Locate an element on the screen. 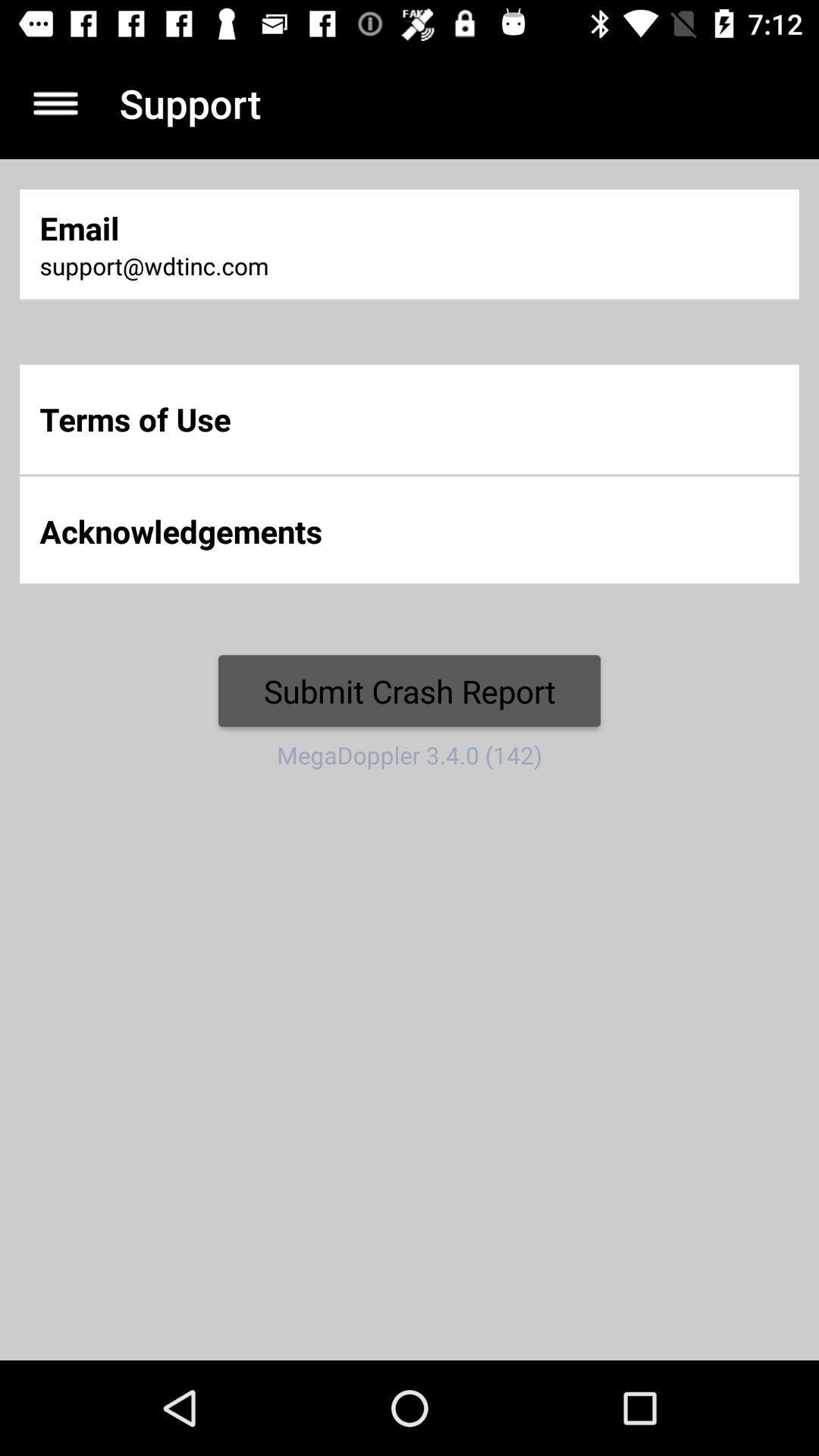  the menu icon is located at coordinates (55, 102).